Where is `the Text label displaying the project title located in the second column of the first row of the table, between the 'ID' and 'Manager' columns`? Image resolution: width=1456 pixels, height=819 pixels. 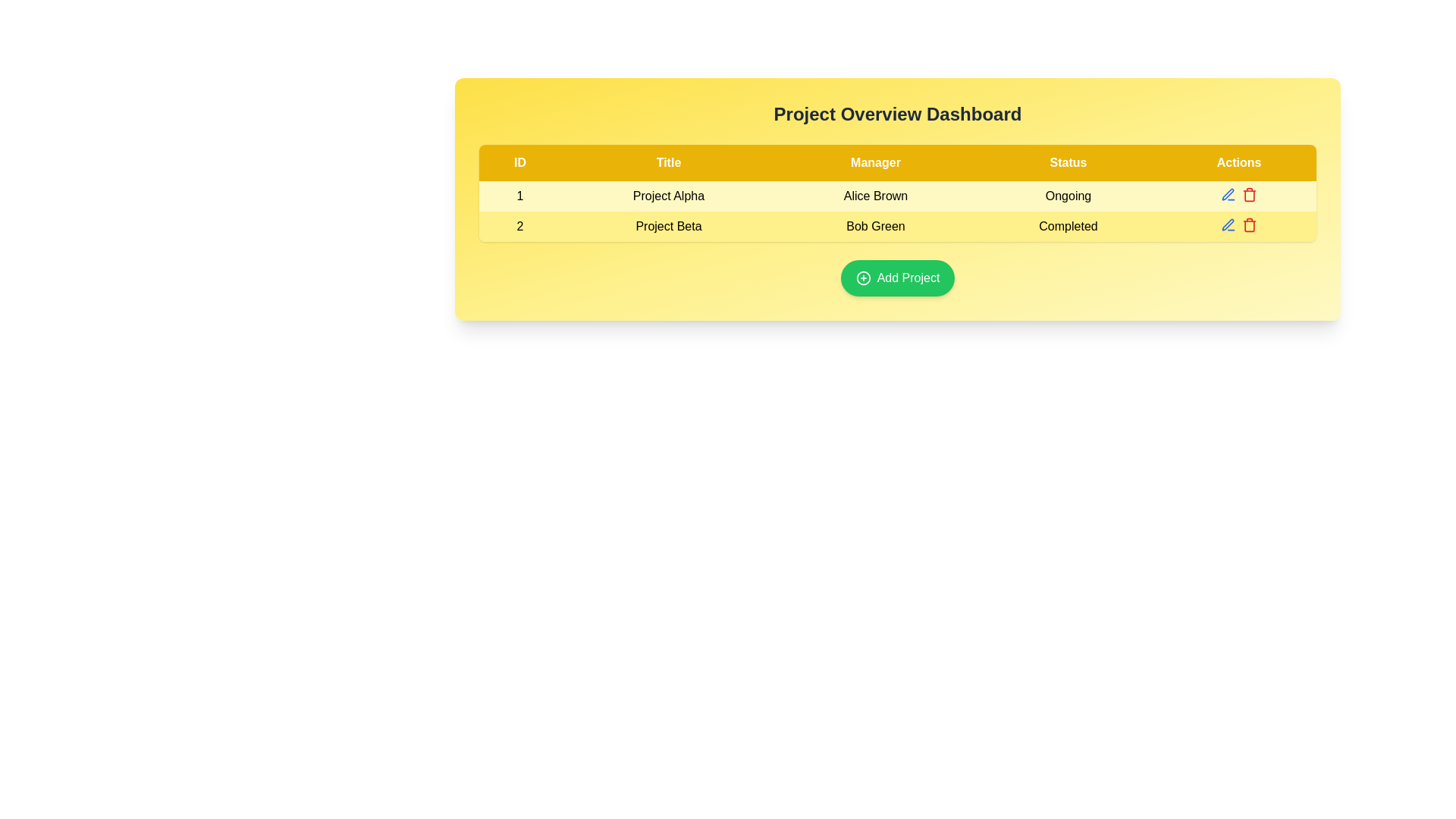 the Text label displaying the project title located in the second column of the first row of the table, between the 'ID' and 'Manager' columns is located at coordinates (668, 195).